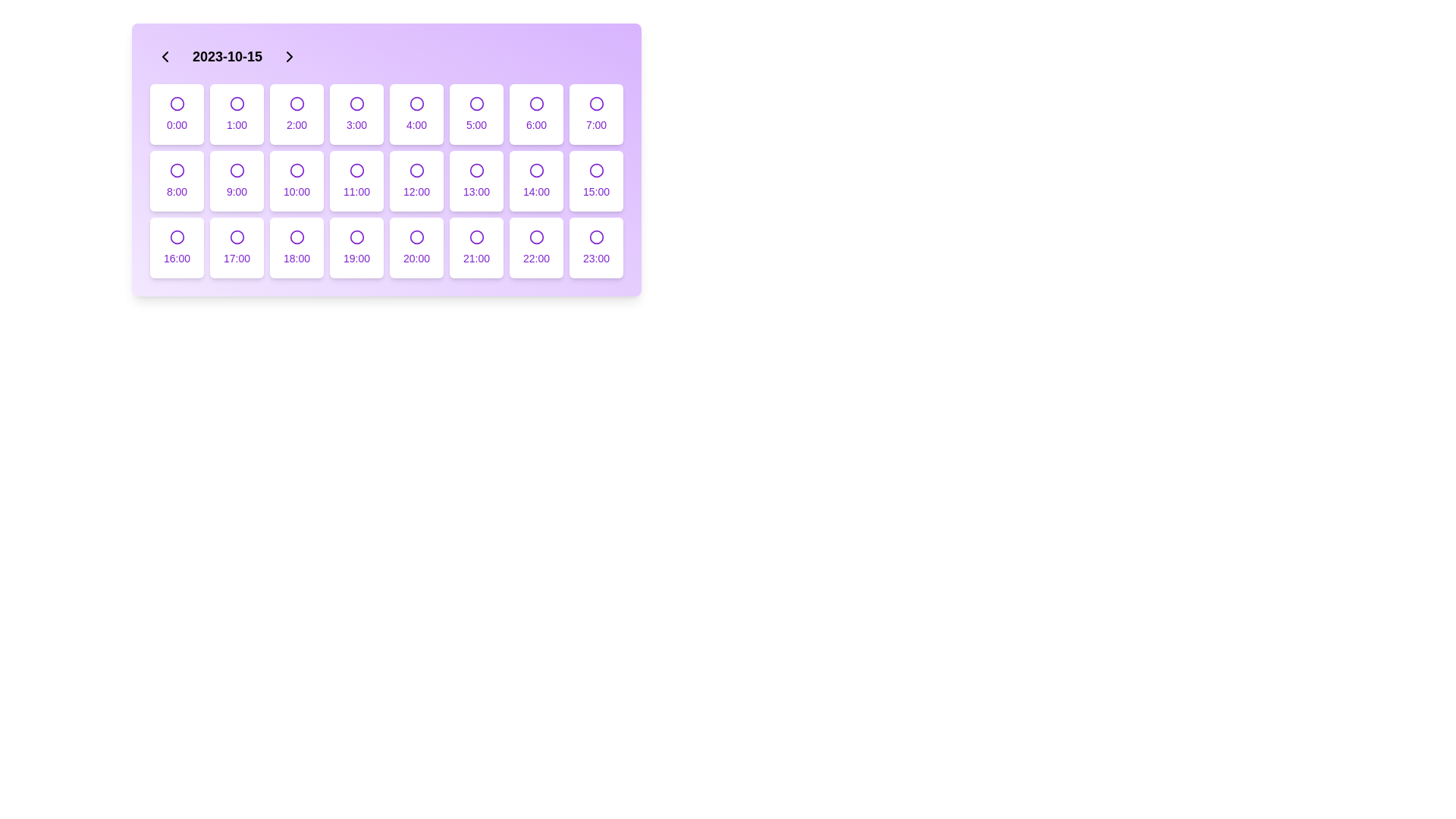  What do you see at coordinates (595, 237) in the screenshot?
I see `the circular Selectable icon with a thin stroke outline located in the '23:00' time slot` at bounding box center [595, 237].